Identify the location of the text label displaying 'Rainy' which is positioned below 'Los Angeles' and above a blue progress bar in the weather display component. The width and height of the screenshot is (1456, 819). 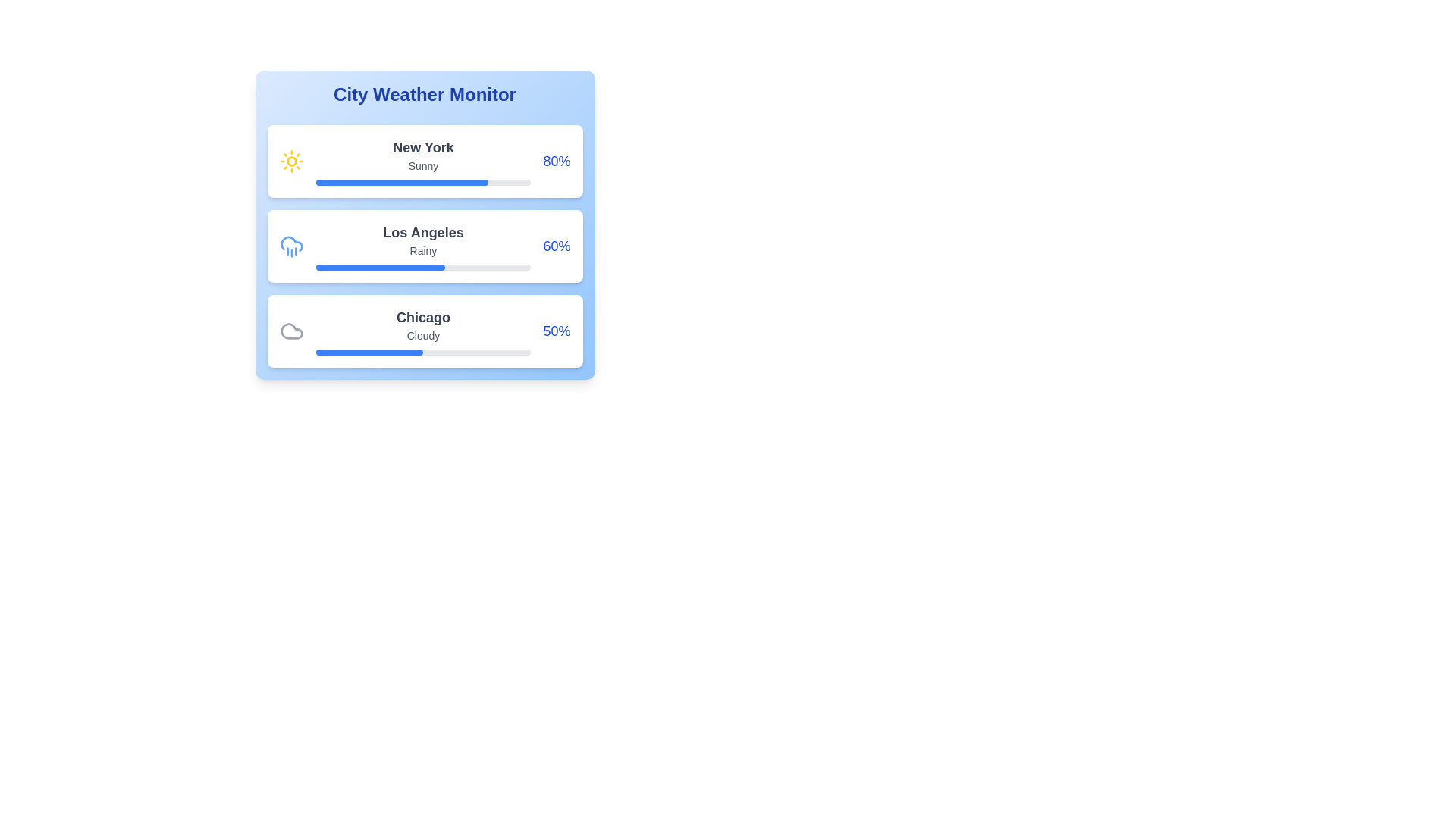
(423, 250).